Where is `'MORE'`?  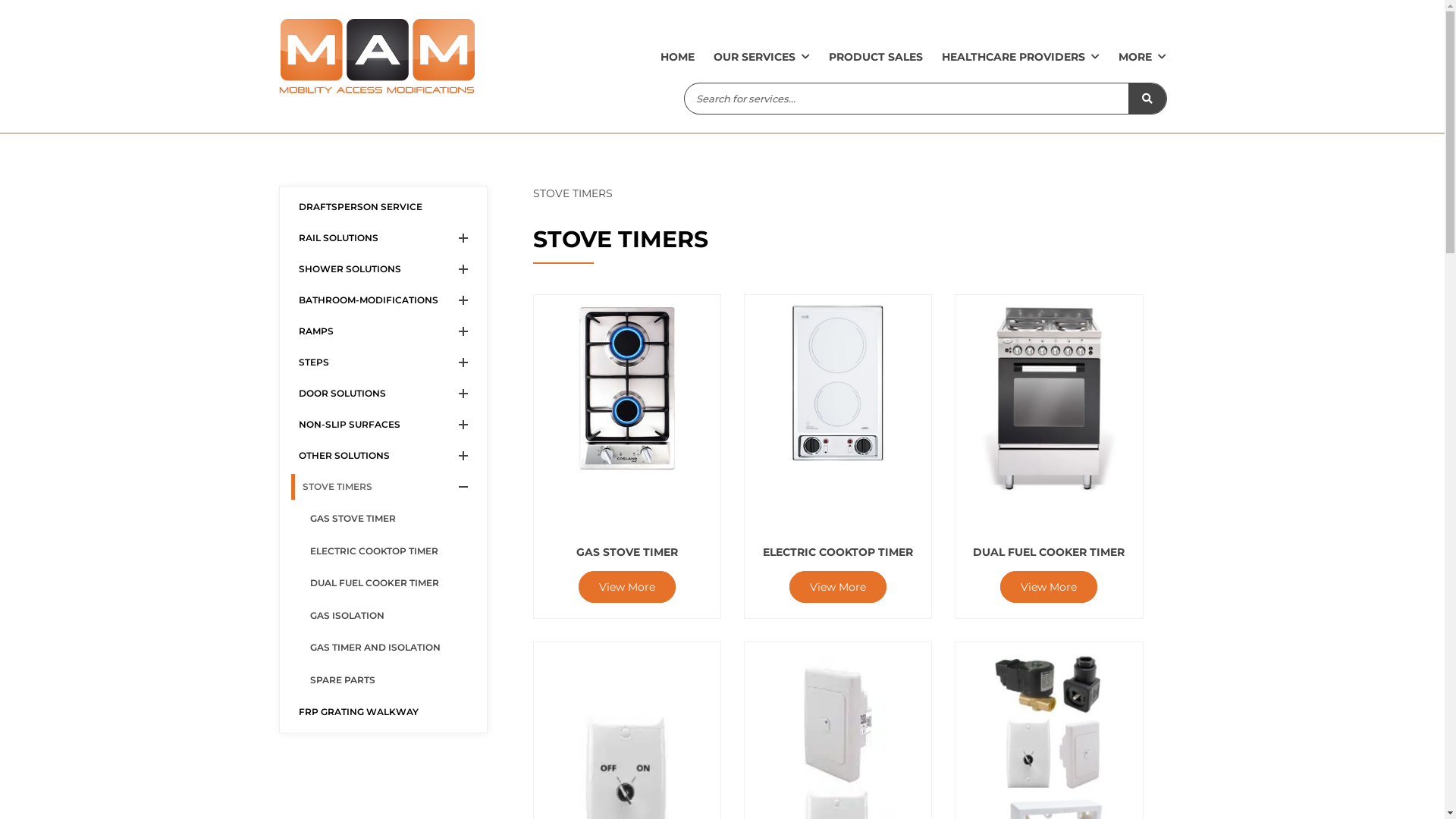 'MORE' is located at coordinates (1117, 55).